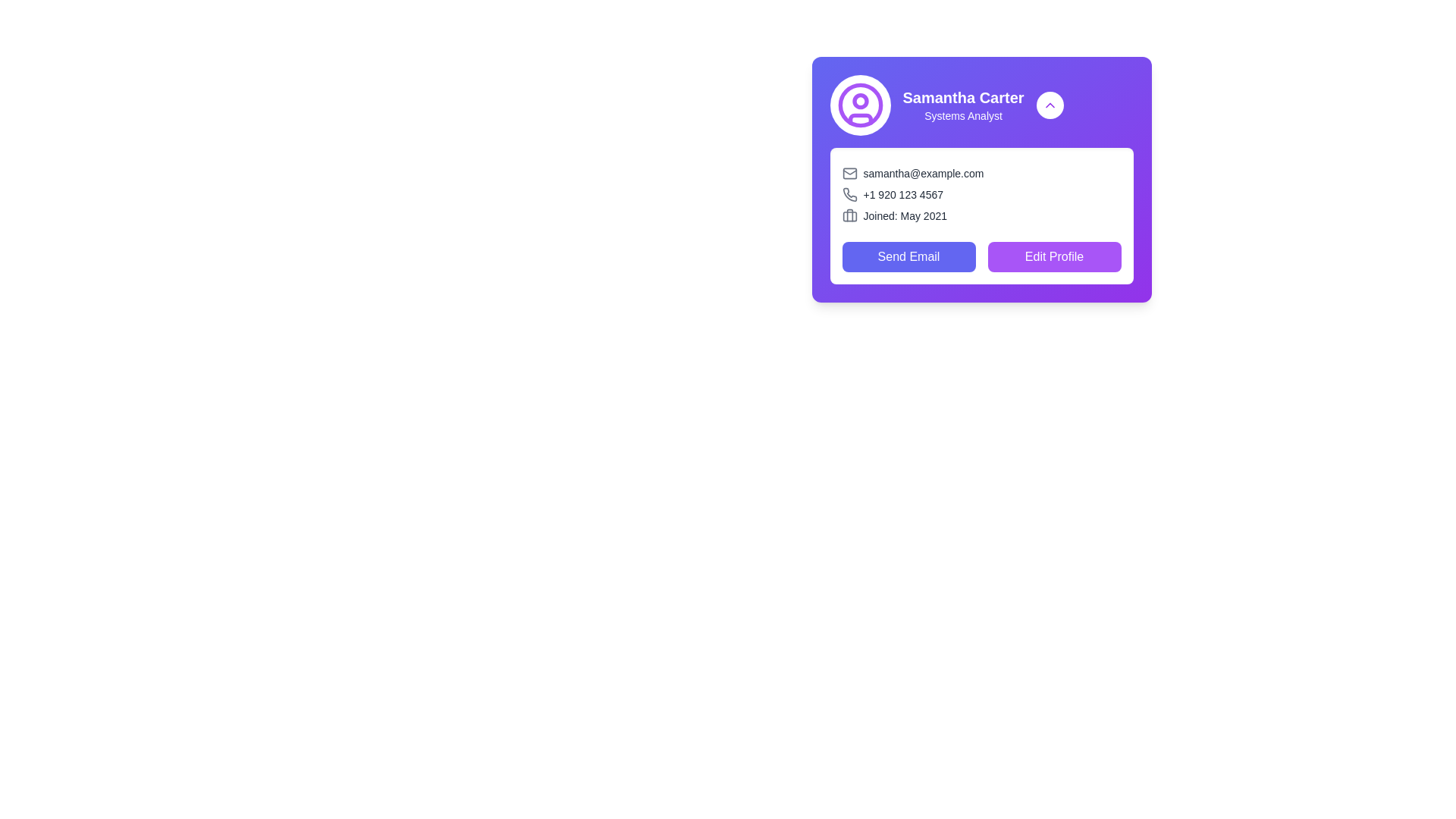 Image resolution: width=1456 pixels, height=819 pixels. What do you see at coordinates (860, 104) in the screenshot?
I see `the circular user icon with a dark purple outline and insignia, which is located in the top-left region of the user profile card, next to the 'Samantha Carter' username` at bounding box center [860, 104].